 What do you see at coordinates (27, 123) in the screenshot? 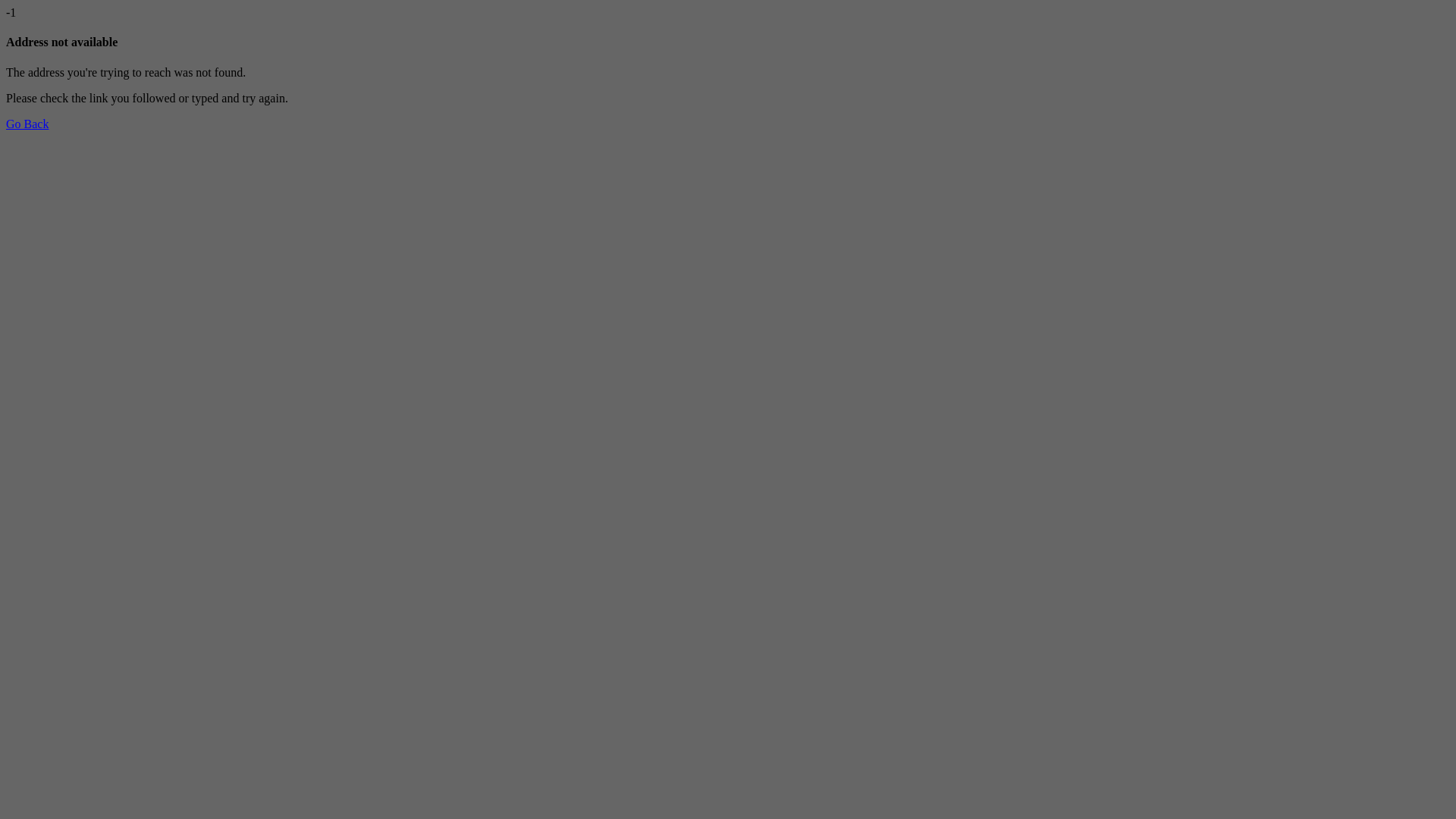
I see `'Go Back'` at bounding box center [27, 123].